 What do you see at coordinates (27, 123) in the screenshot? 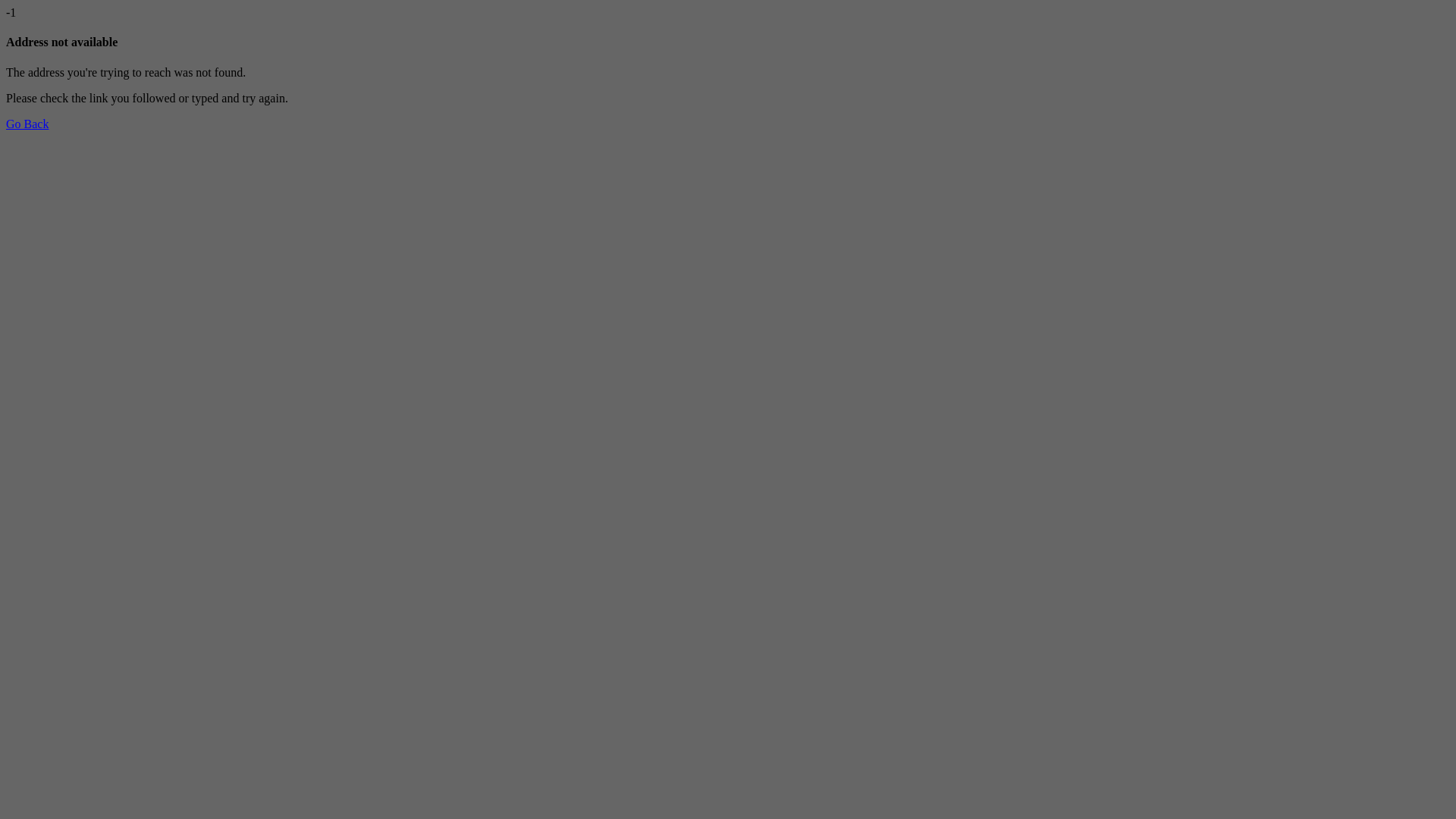
I see `'Go Back'` at bounding box center [27, 123].